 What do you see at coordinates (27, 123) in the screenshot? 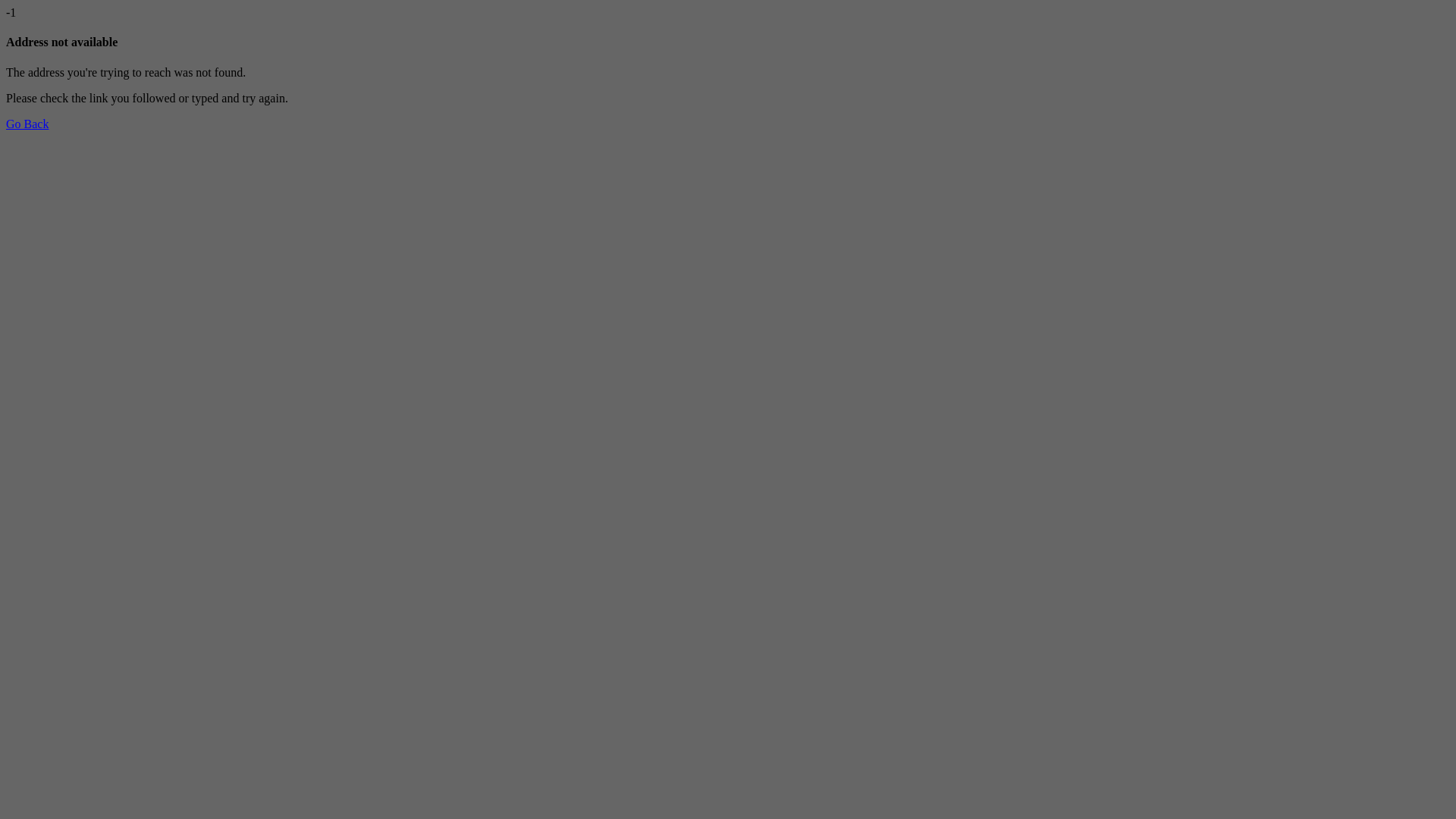
I see `'Go Back'` at bounding box center [27, 123].